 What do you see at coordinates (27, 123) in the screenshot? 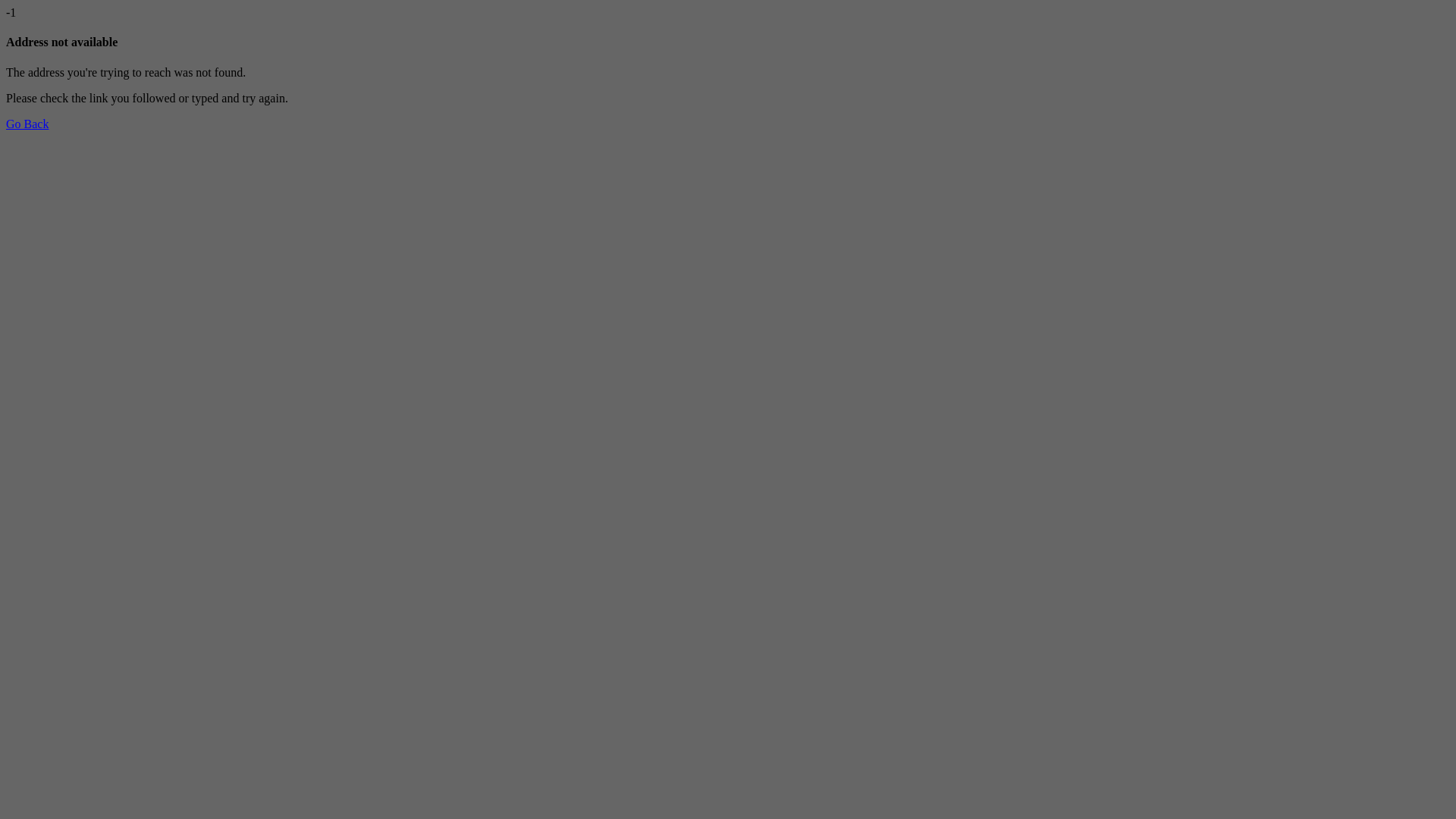
I see `'Go Back'` at bounding box center [27, 123].